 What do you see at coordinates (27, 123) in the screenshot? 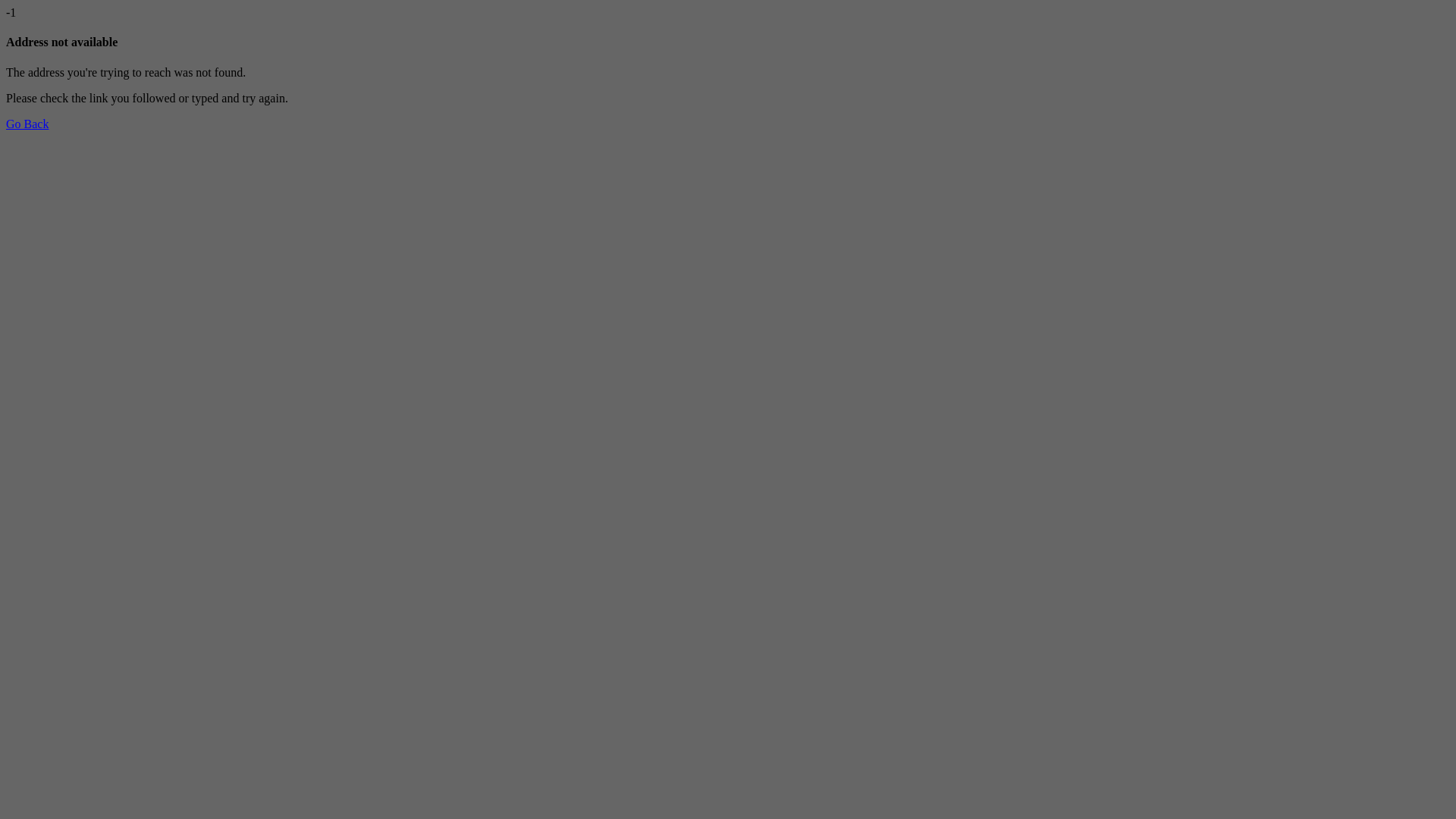
I see `'Go Back'` at bounding box center [27, 123].